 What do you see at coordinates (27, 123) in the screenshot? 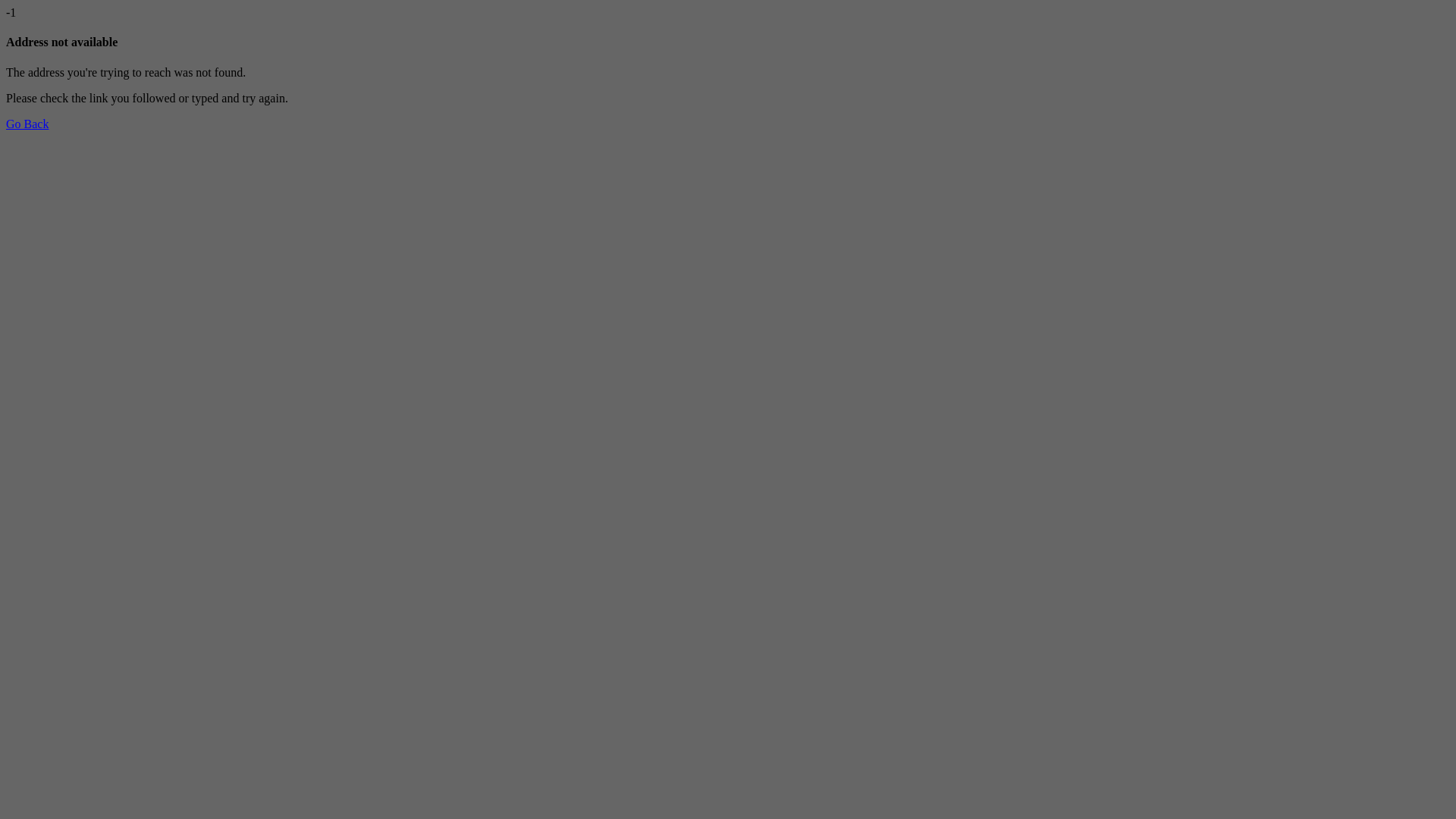
I see `'Go Back'` at bounding box center [27, 123].